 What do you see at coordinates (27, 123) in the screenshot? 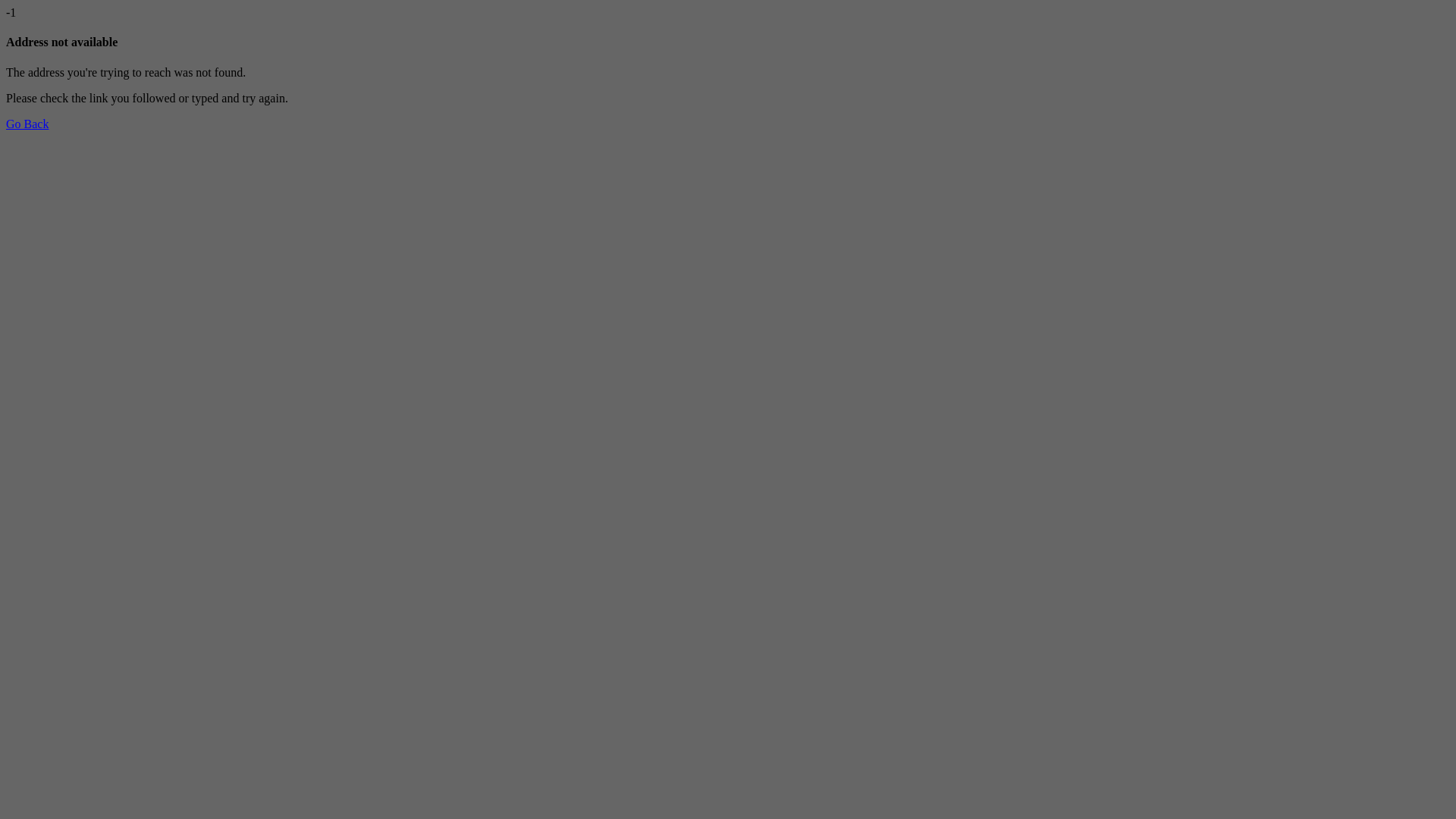
I see `'Go Back'` at bounding box center [27, 123].